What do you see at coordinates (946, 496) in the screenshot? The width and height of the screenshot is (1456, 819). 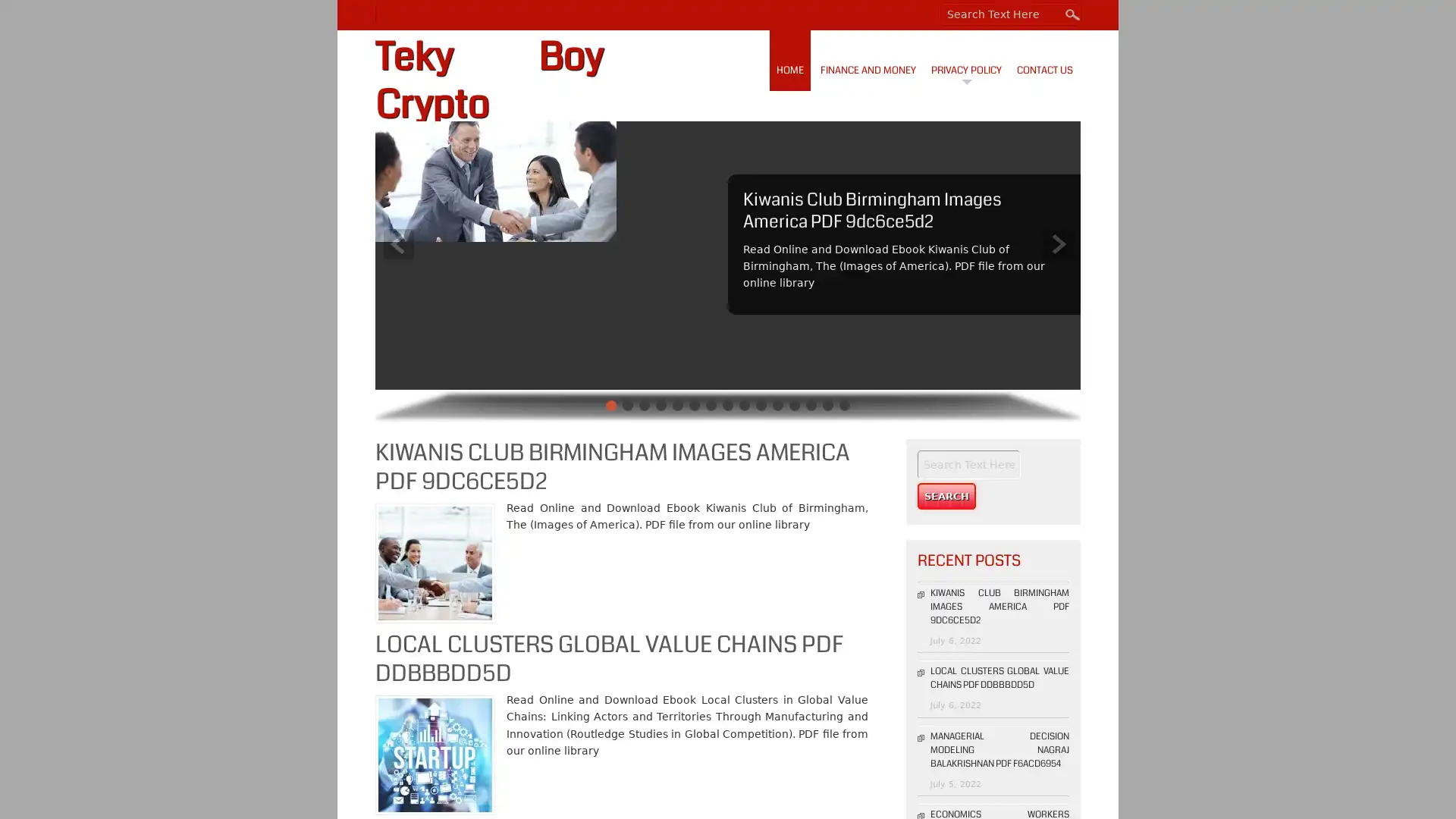 I see `Search` at bounding box center [946, 496].